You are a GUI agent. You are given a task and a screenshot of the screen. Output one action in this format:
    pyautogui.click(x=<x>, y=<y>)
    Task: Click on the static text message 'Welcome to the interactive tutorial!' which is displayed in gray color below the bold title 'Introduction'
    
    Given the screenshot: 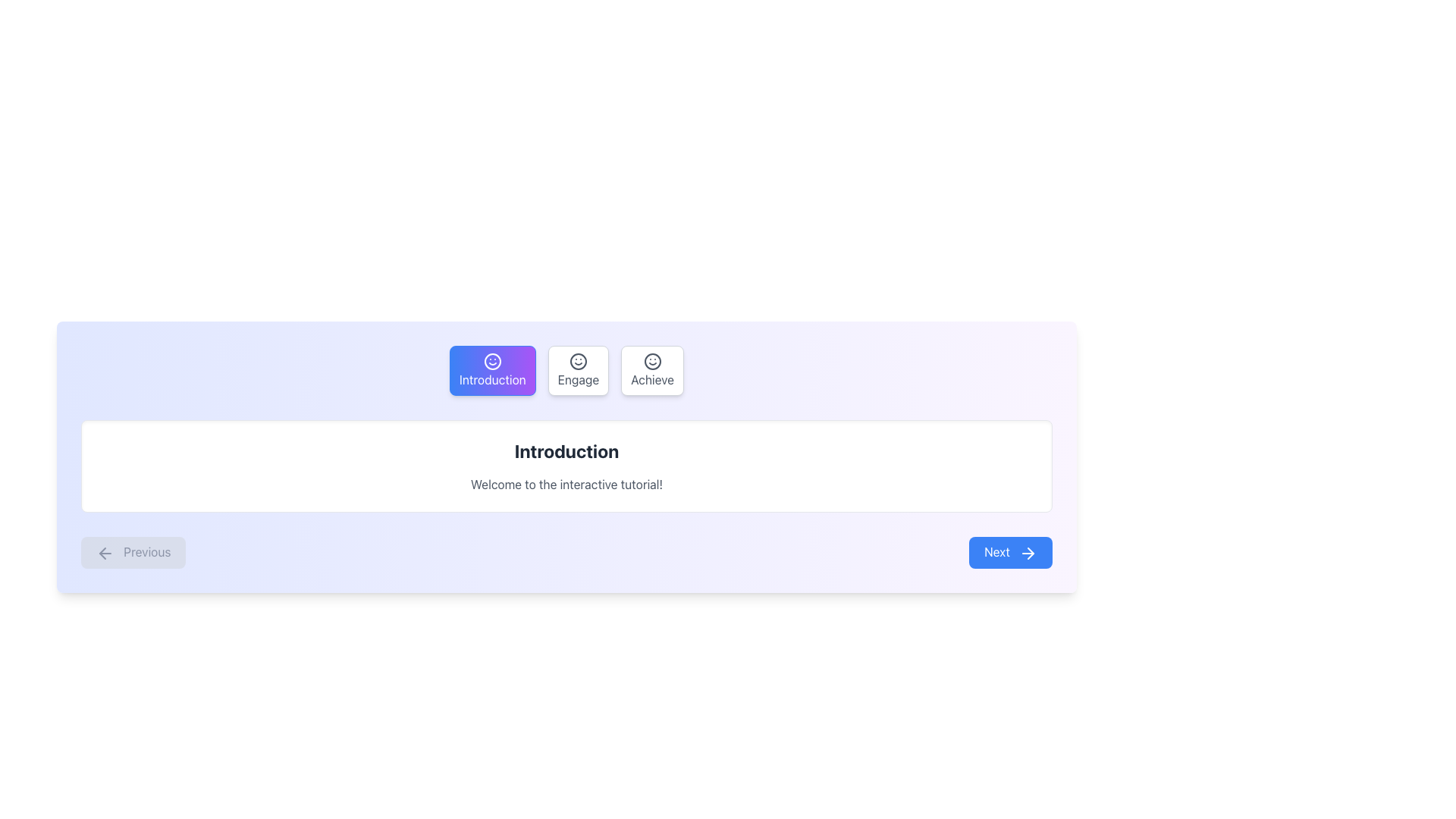 What is the action you would take?
    pyautogui.click(x=566, y=485)
    